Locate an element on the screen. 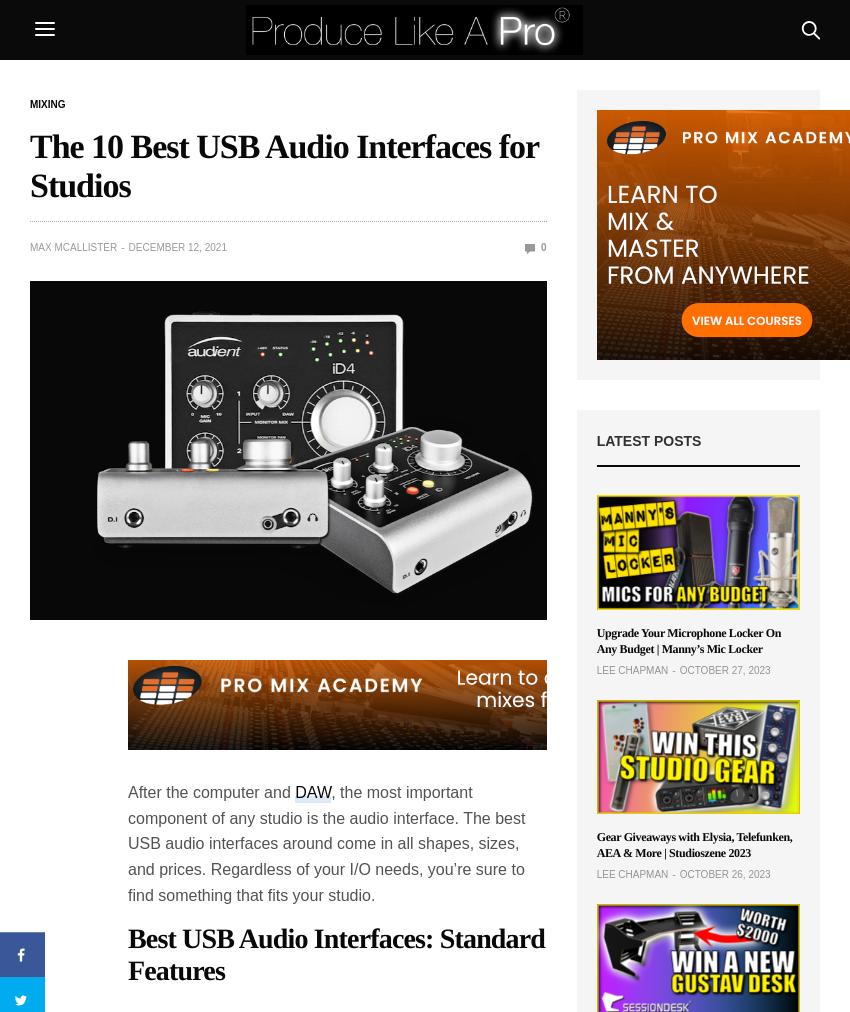 This screenshot has width=850, height=1012. 'DAW' is located at coordinates (312, 791).